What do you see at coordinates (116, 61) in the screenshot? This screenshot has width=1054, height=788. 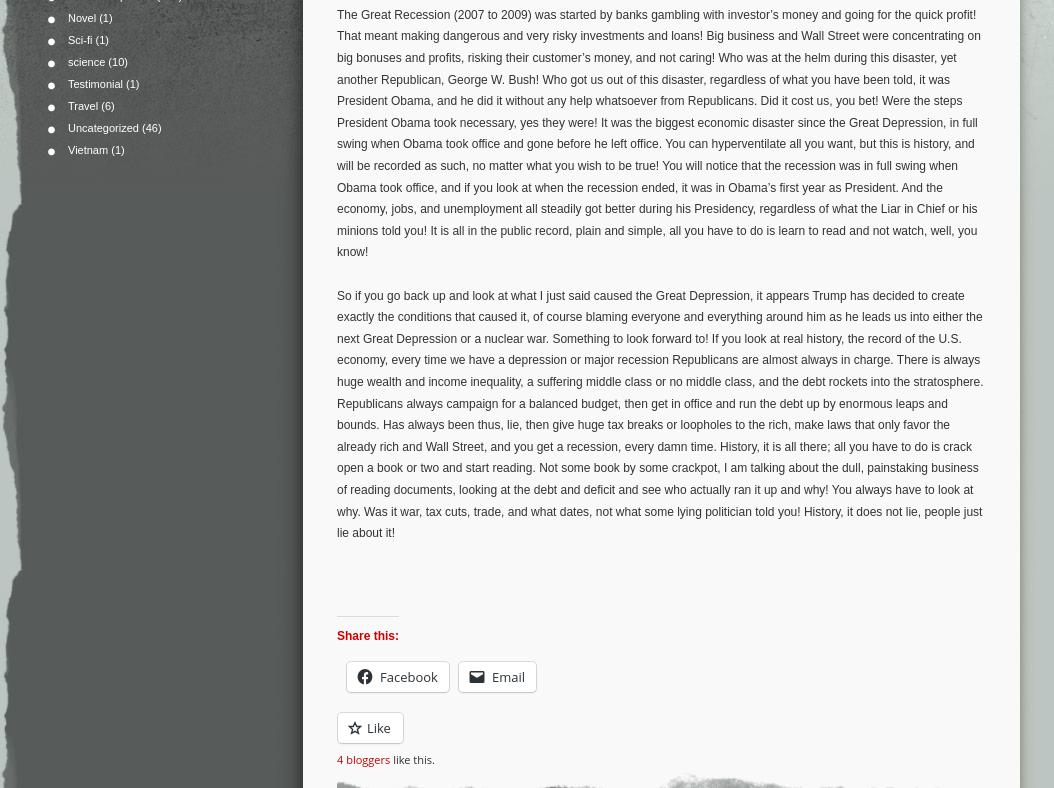 I see `'(10)'` at bounding box center [116, 61].